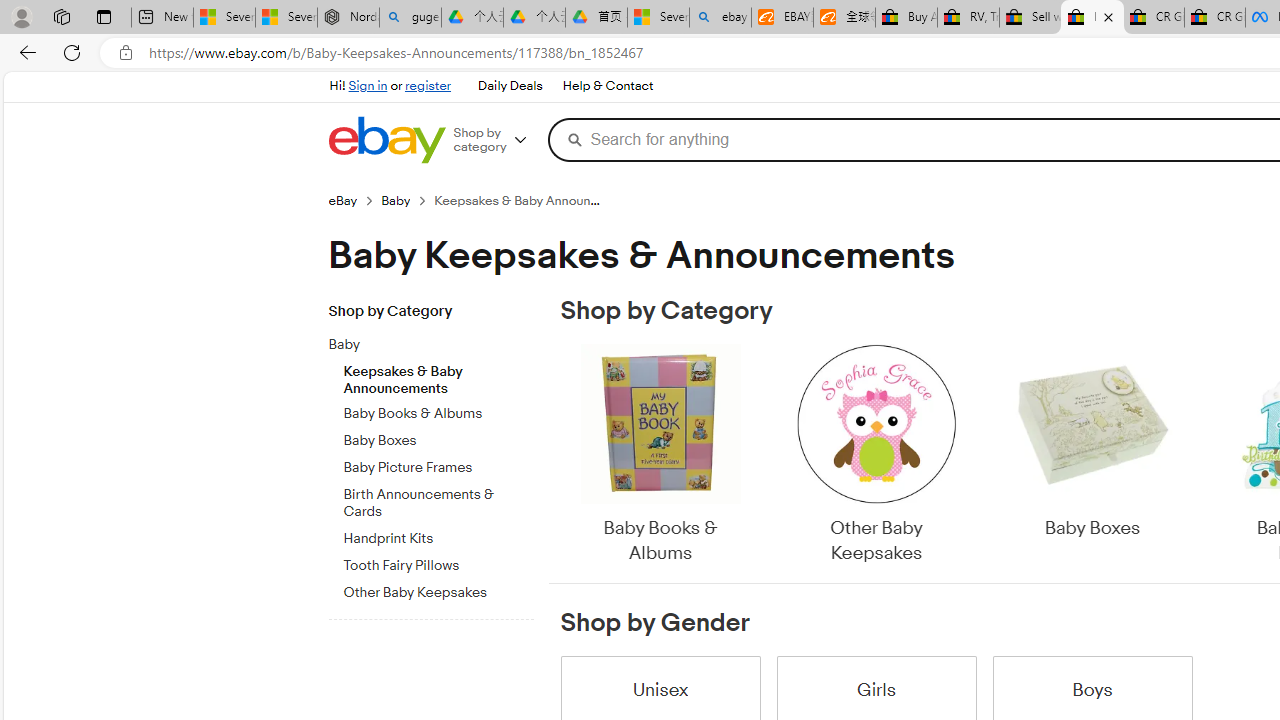 This screenshot has width=1280, height=720. I want to click on 'Buy Auto Parts & Accessories | eBay', so click(905, 17).